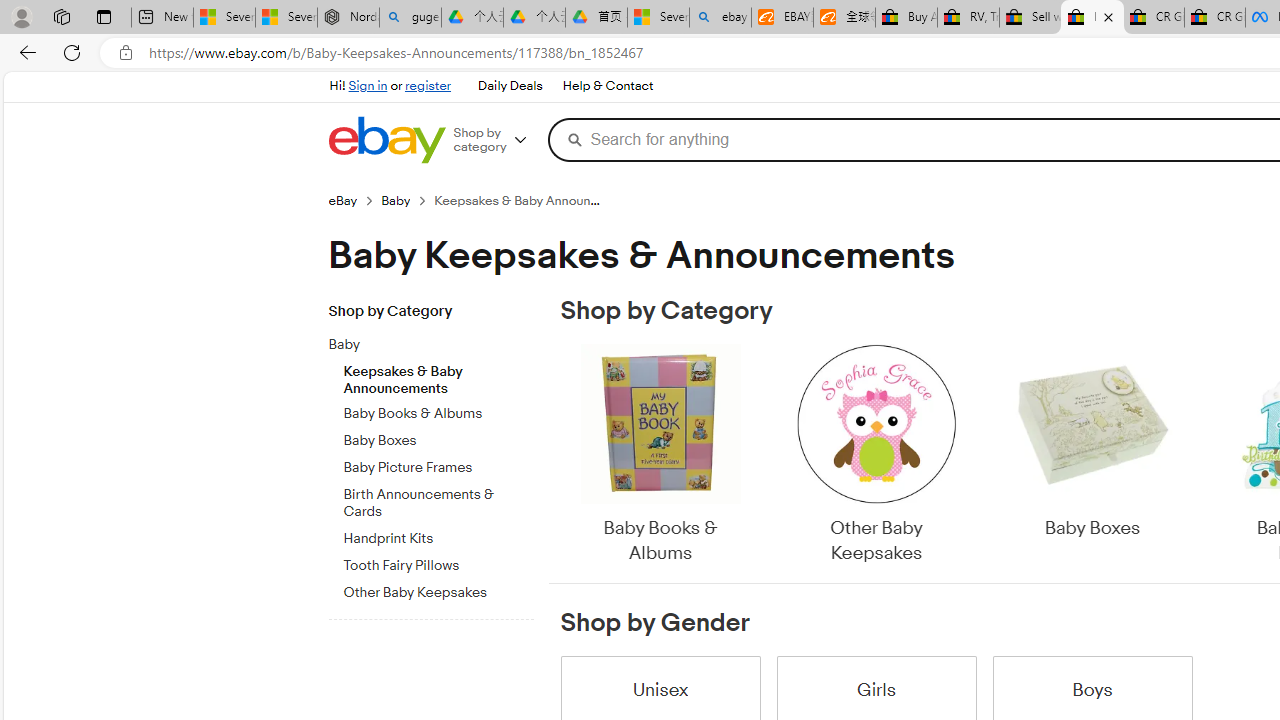 This screenshot has width=1280, height=720. I want to click on 'Buy Auto Parts & Accessories | eBay', so click(905, 17).